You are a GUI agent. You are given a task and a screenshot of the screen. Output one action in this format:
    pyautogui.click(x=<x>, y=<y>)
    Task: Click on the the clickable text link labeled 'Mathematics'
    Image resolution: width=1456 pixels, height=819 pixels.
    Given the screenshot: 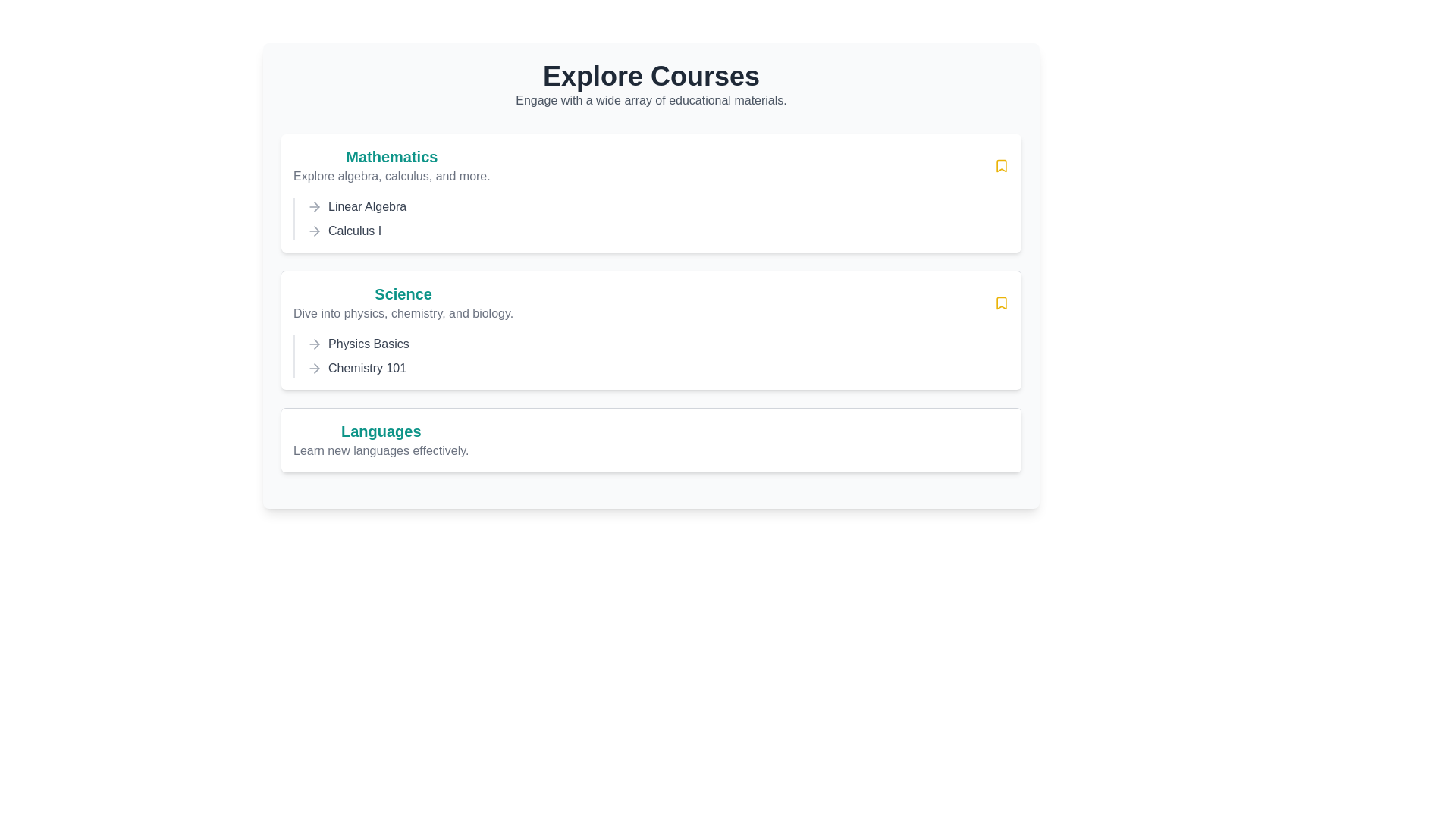 What is the action you would take?
    pyautogui.click(x=391, y=157)
    